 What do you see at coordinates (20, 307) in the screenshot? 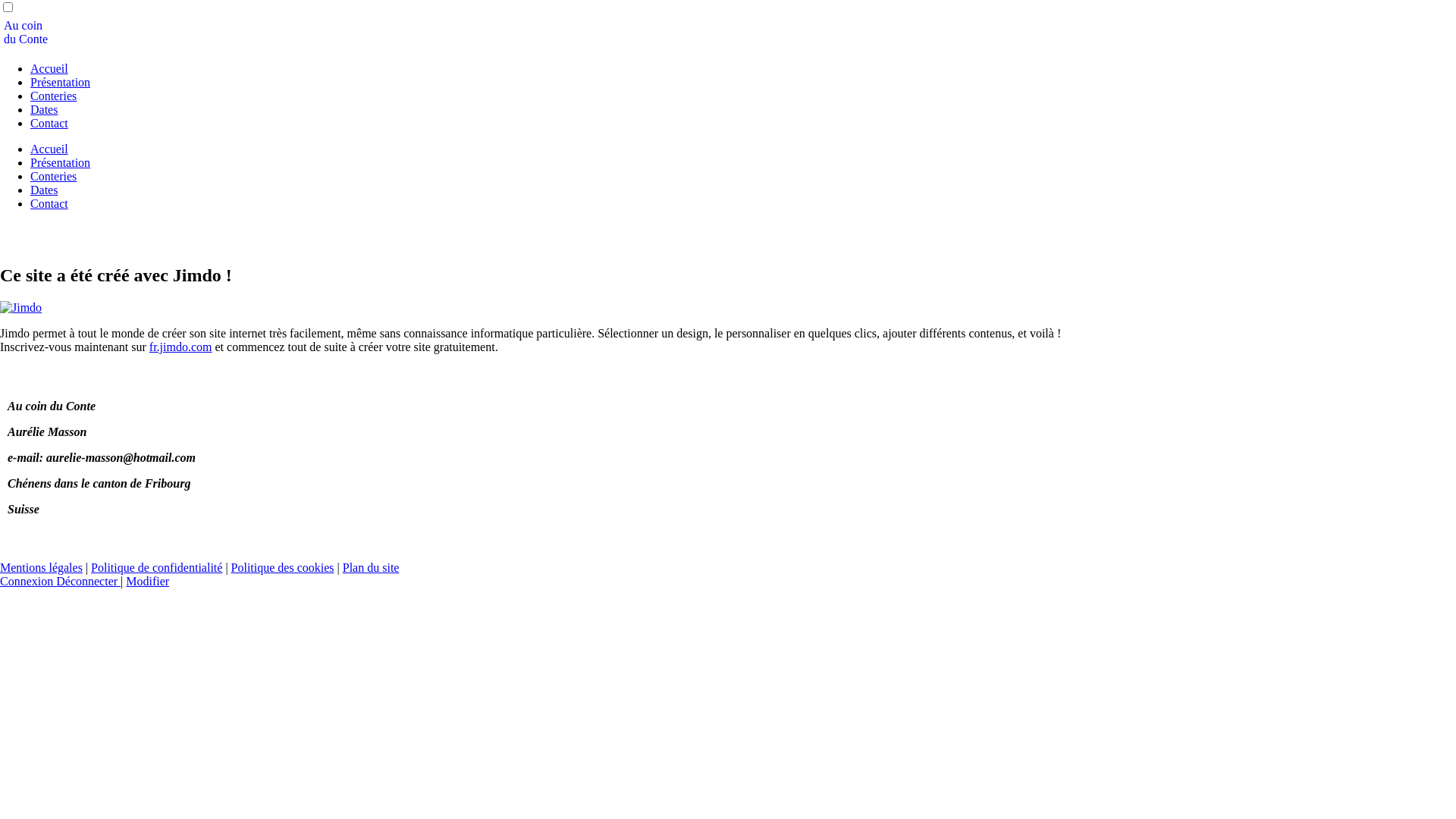
I see `'Jimdo'` at bounding box center [20, 307].